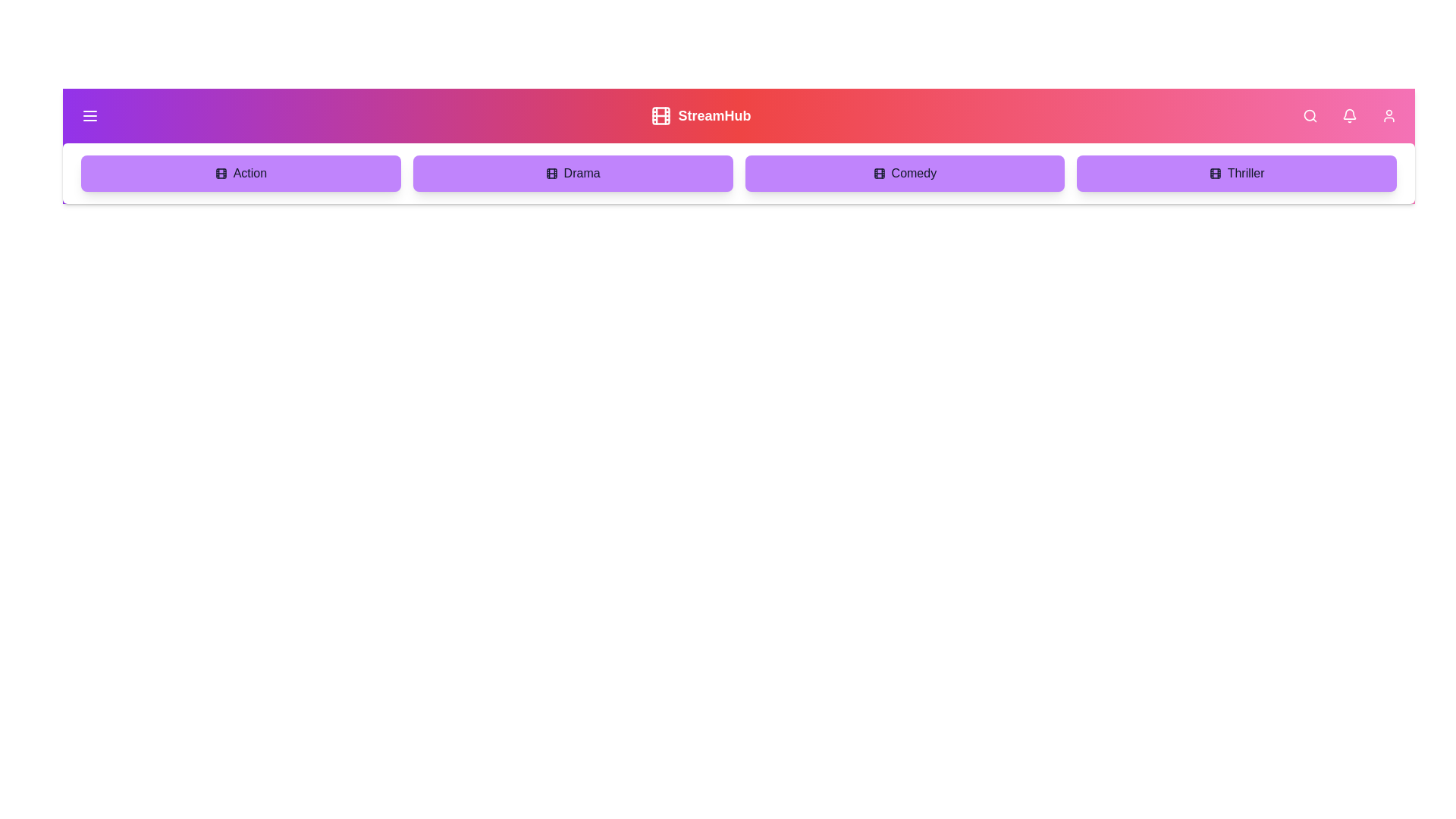  Describe the element at coordinates (1237, 172) in the screenshot. I see `the genre Thriller in the menu` at that location.